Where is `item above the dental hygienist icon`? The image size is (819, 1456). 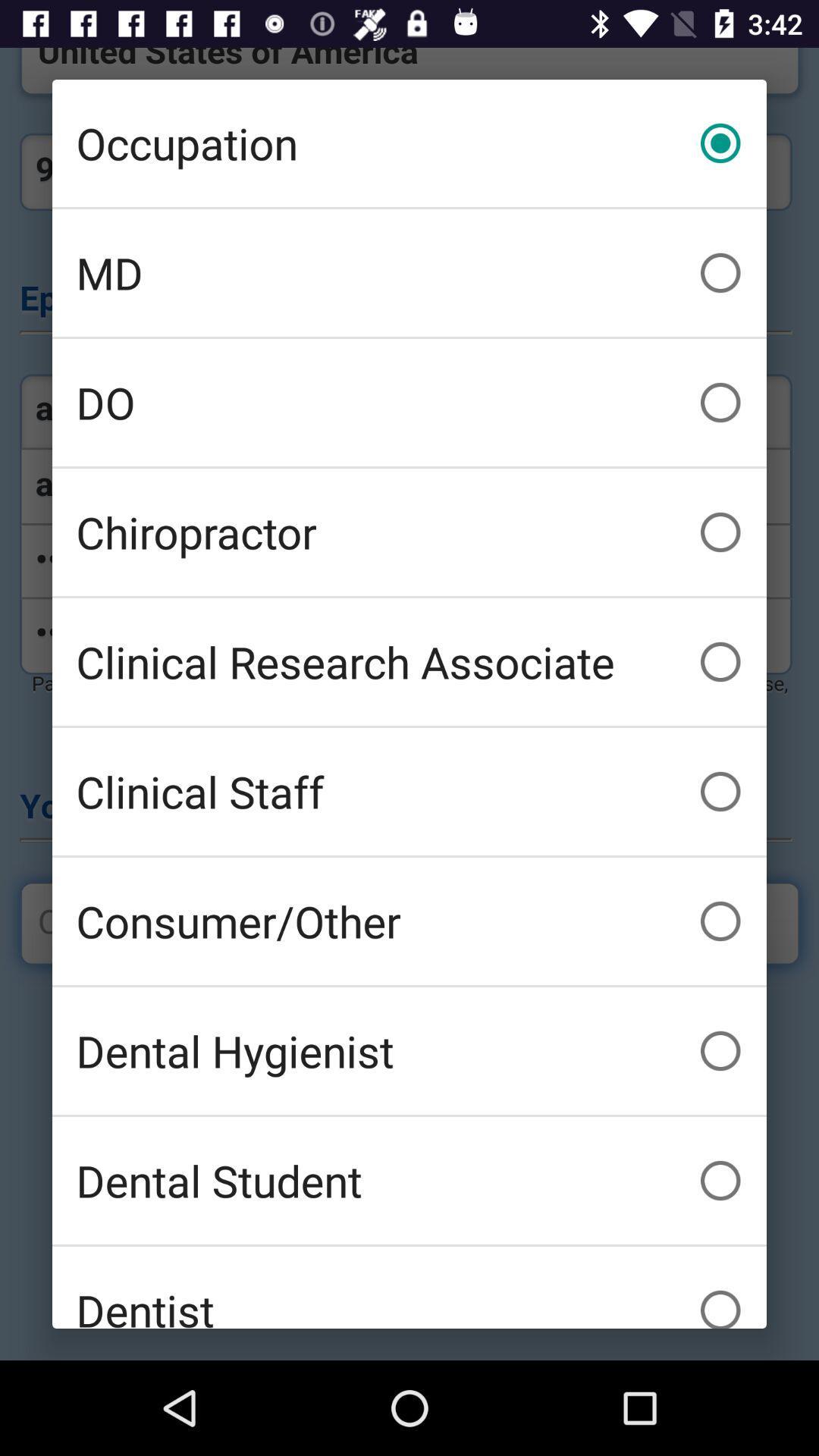 item above the dental hygienist icon is located at coordinates (409, 920).